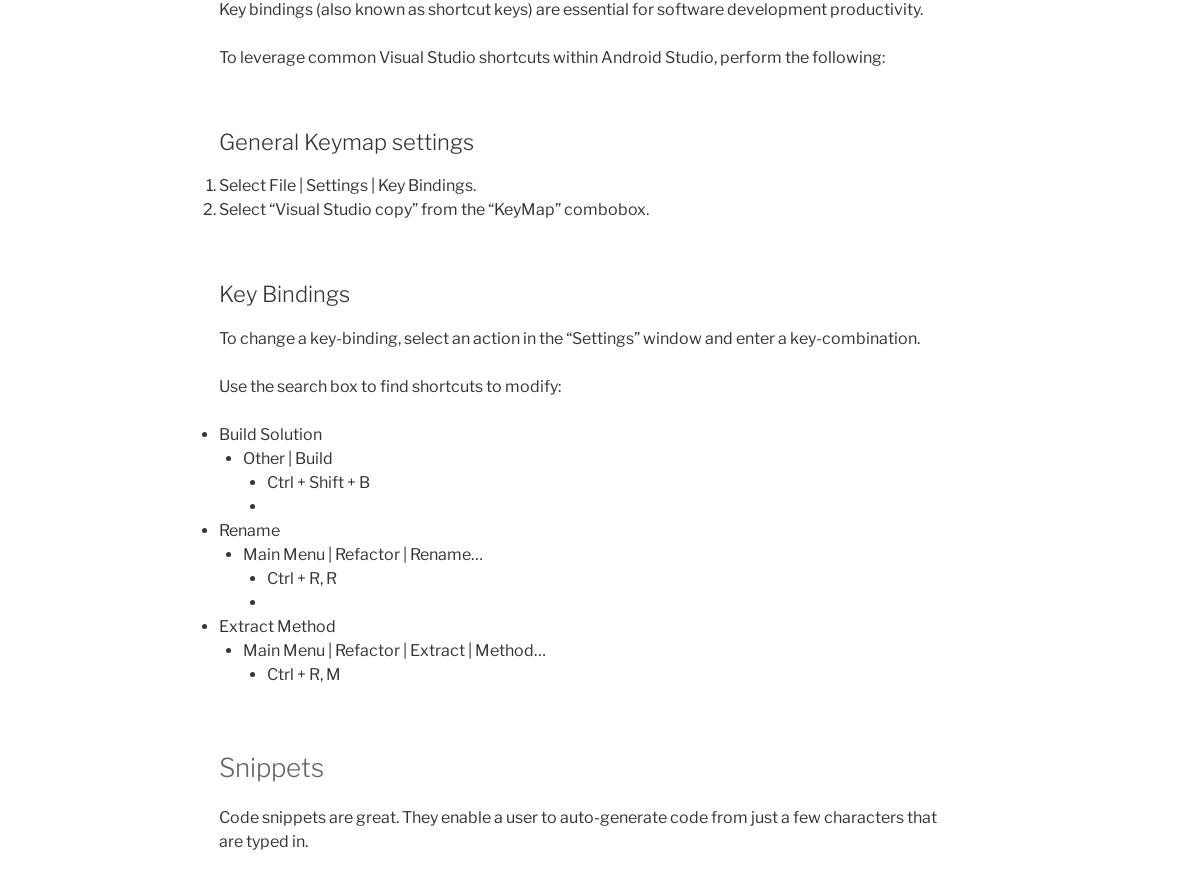  Describe the element at coordinates (302, 577) in the screenshot. I see `'Ctrl + R, R'` at that location.